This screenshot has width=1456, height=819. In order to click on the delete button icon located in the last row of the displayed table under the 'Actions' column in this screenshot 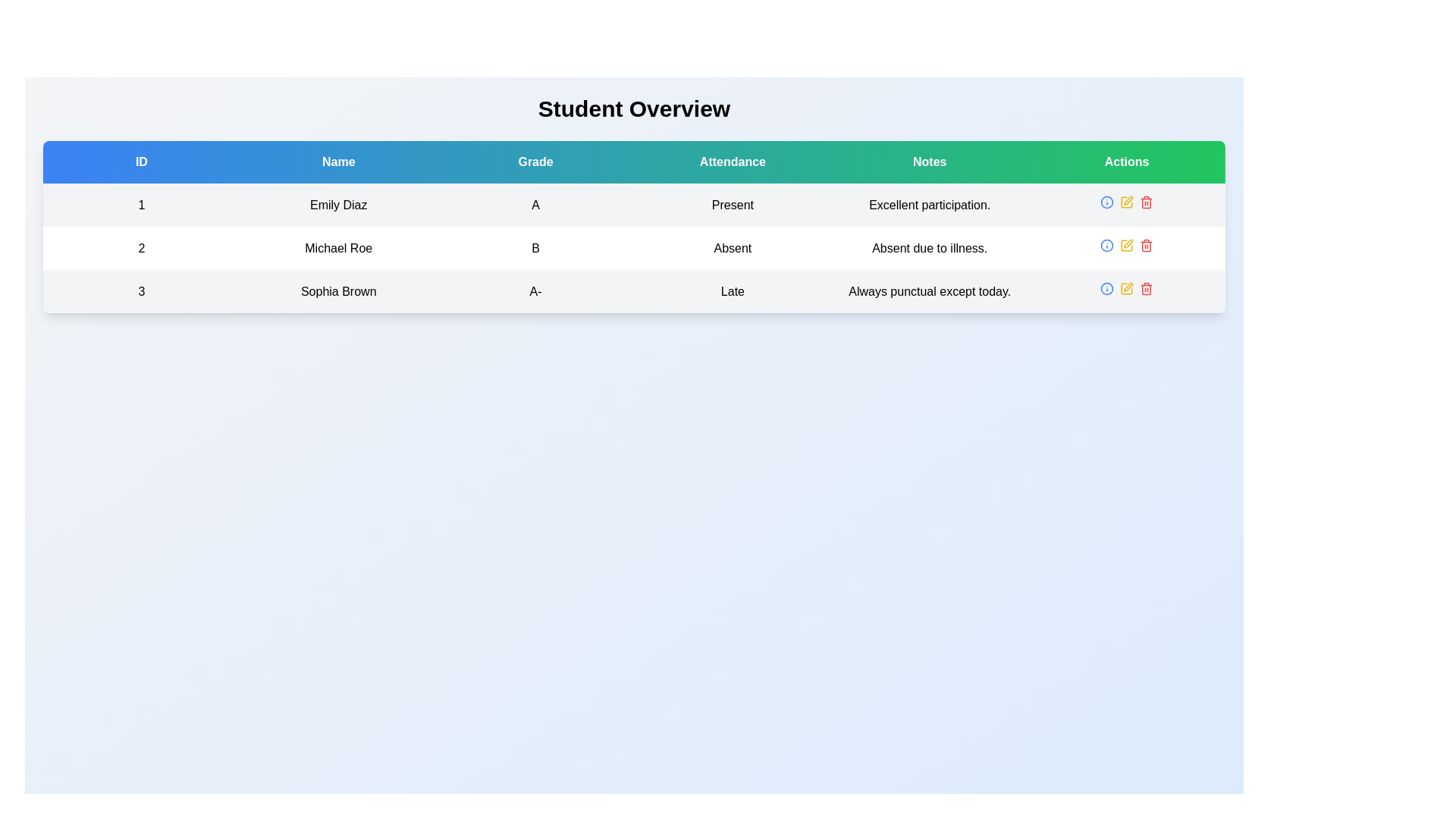, I will do `click(1147, 202)`.